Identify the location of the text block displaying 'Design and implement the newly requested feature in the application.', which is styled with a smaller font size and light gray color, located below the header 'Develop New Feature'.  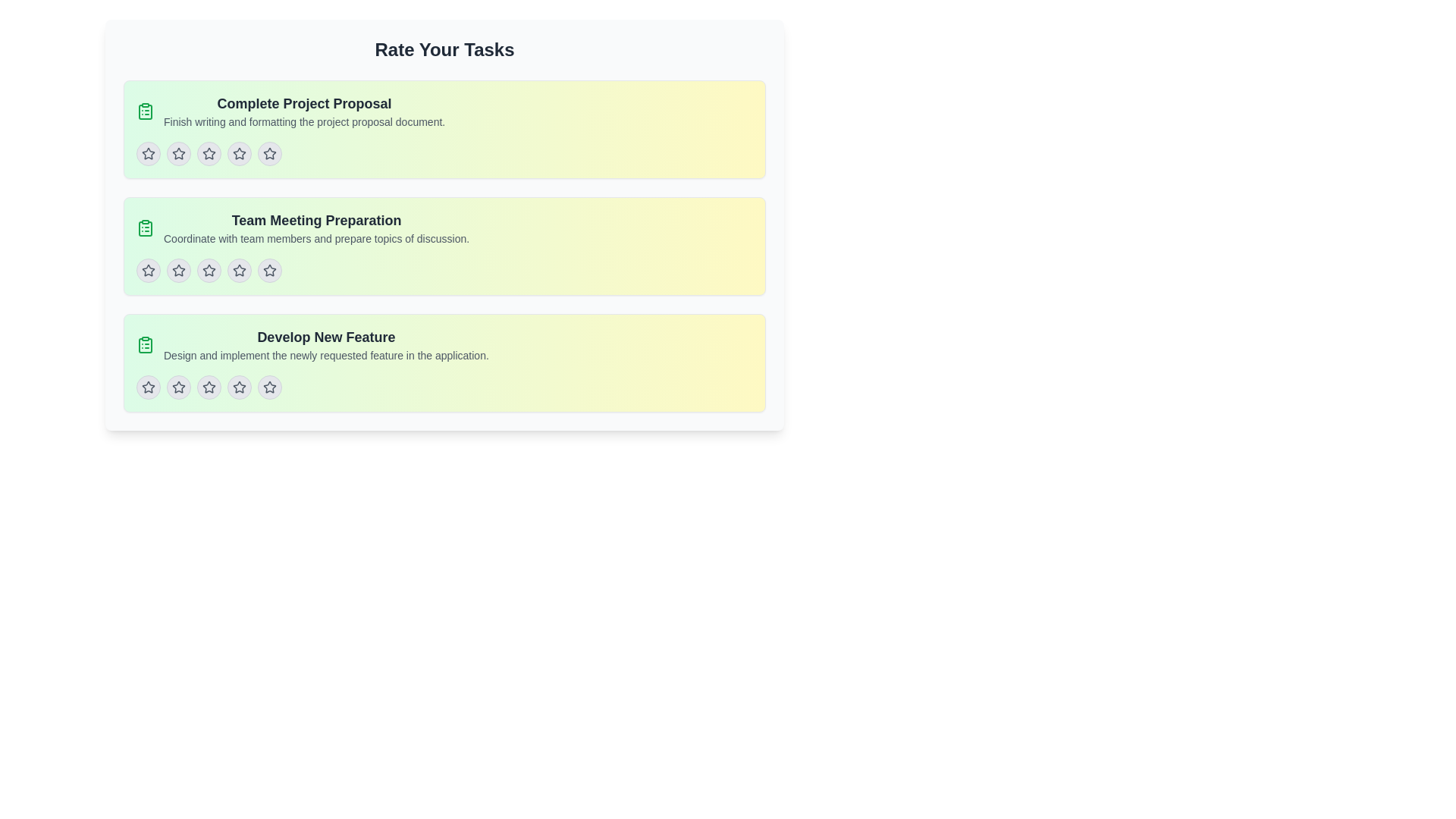
(325, 356).